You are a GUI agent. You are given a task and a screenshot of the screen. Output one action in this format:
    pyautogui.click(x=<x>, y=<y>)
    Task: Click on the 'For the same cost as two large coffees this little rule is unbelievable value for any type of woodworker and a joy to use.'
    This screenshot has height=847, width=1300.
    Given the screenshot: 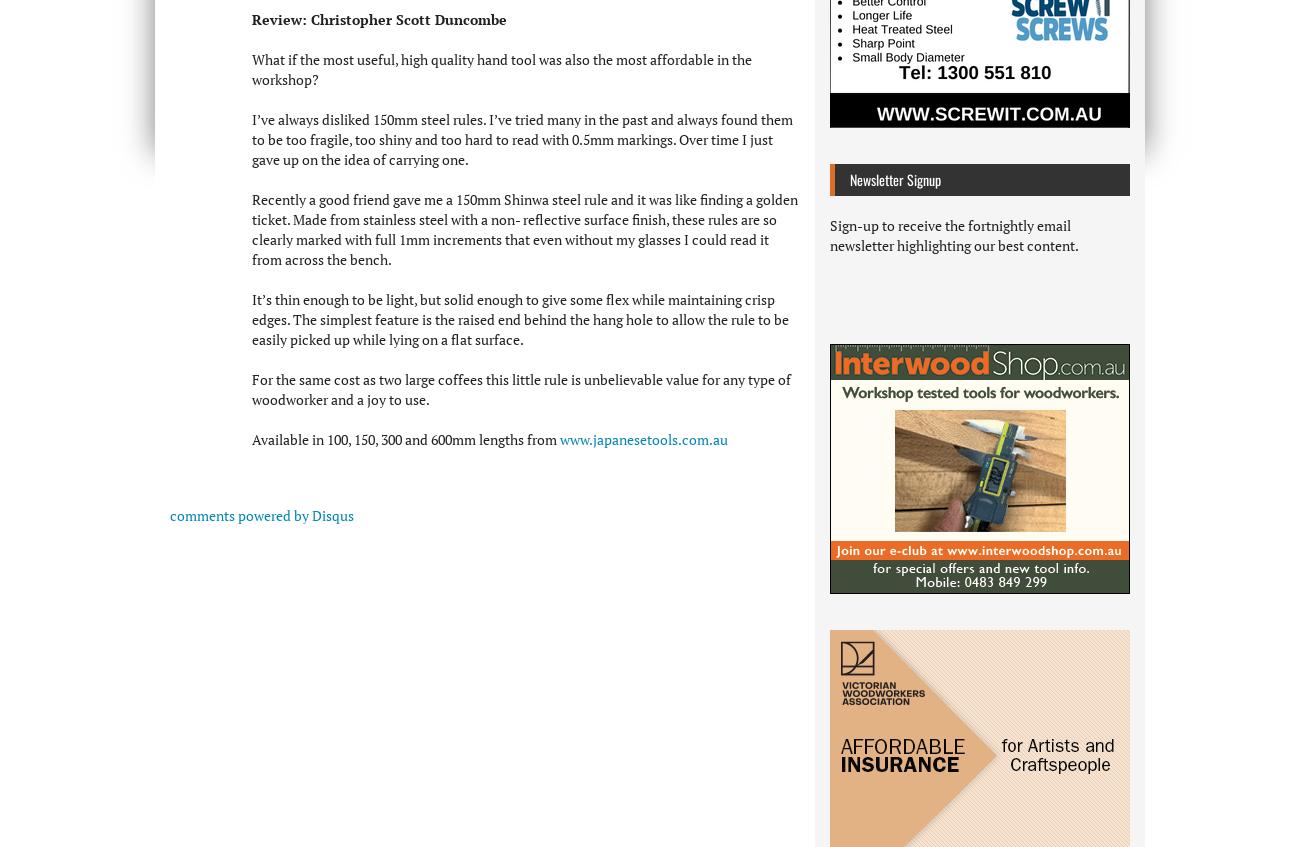 What is the action you would take?
    pyautogui.click(x=521, y=387)
    